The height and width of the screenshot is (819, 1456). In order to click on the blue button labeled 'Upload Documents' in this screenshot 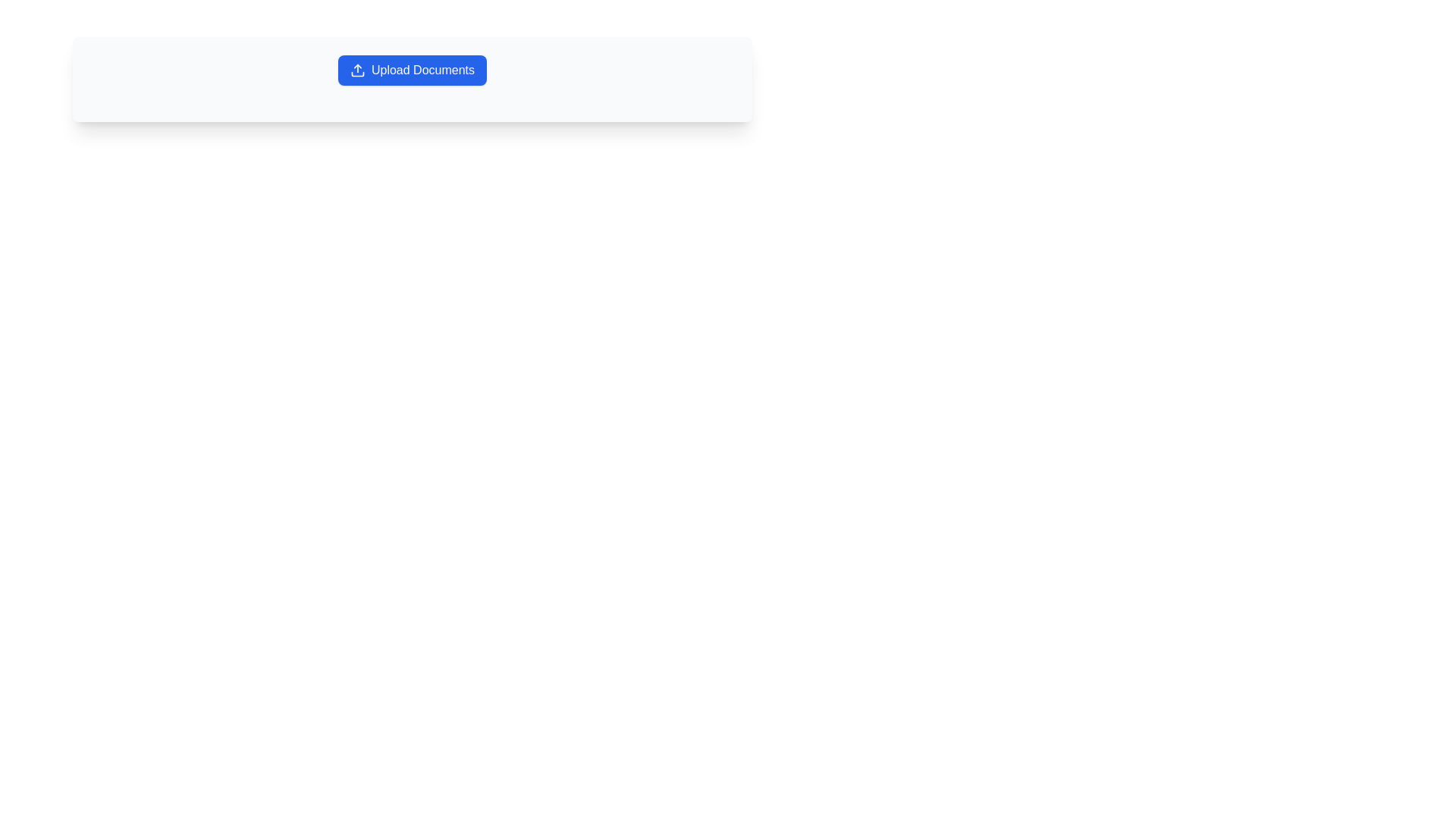, I will do `click(412, 79)`.